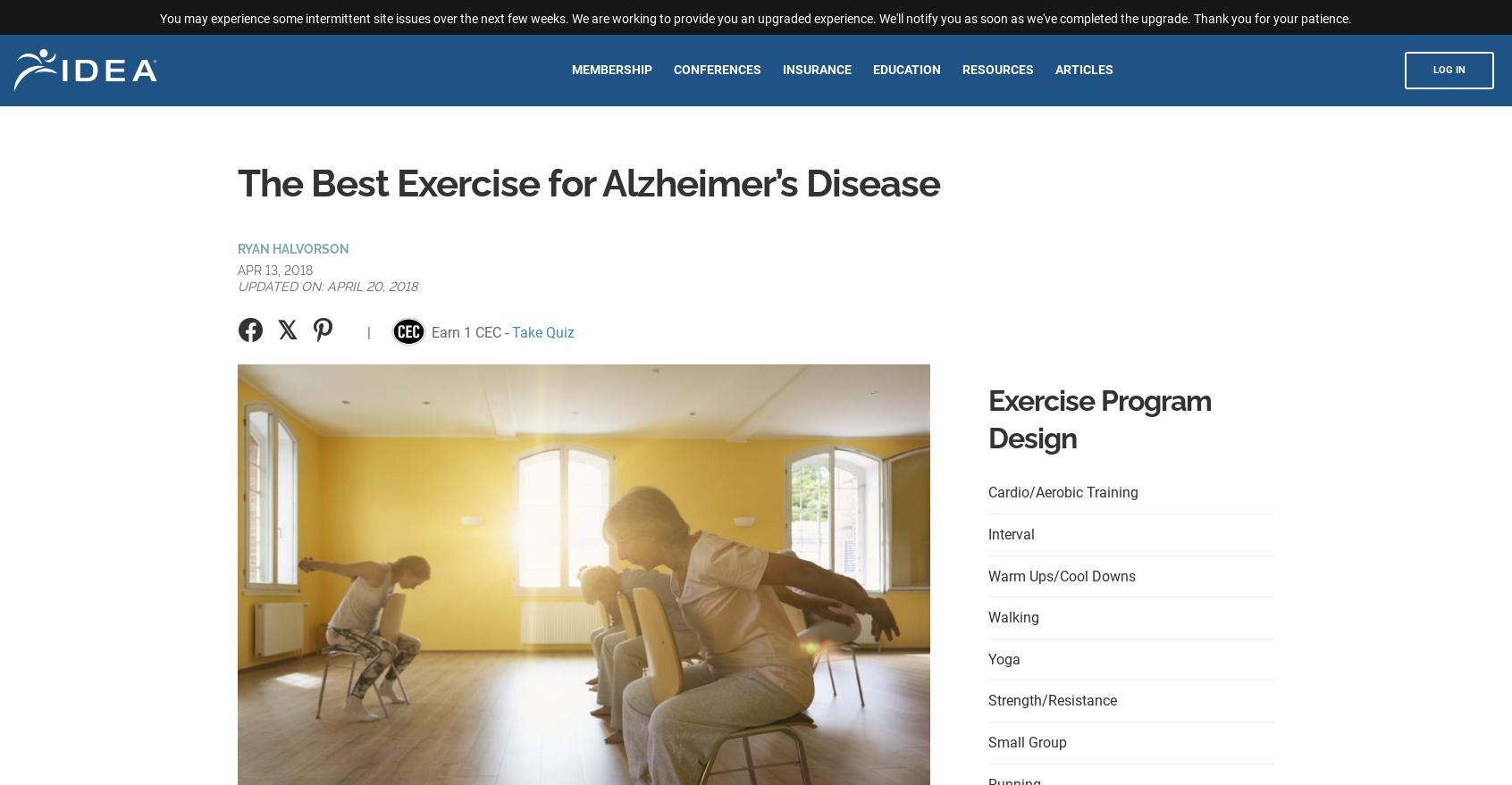 The width and height of the screenshot is (1512, 785). What do you see at coordinates (1099, 419) in the screenshot?
I see `'Exercise Program Design'` at bounding box center [1099, 419].